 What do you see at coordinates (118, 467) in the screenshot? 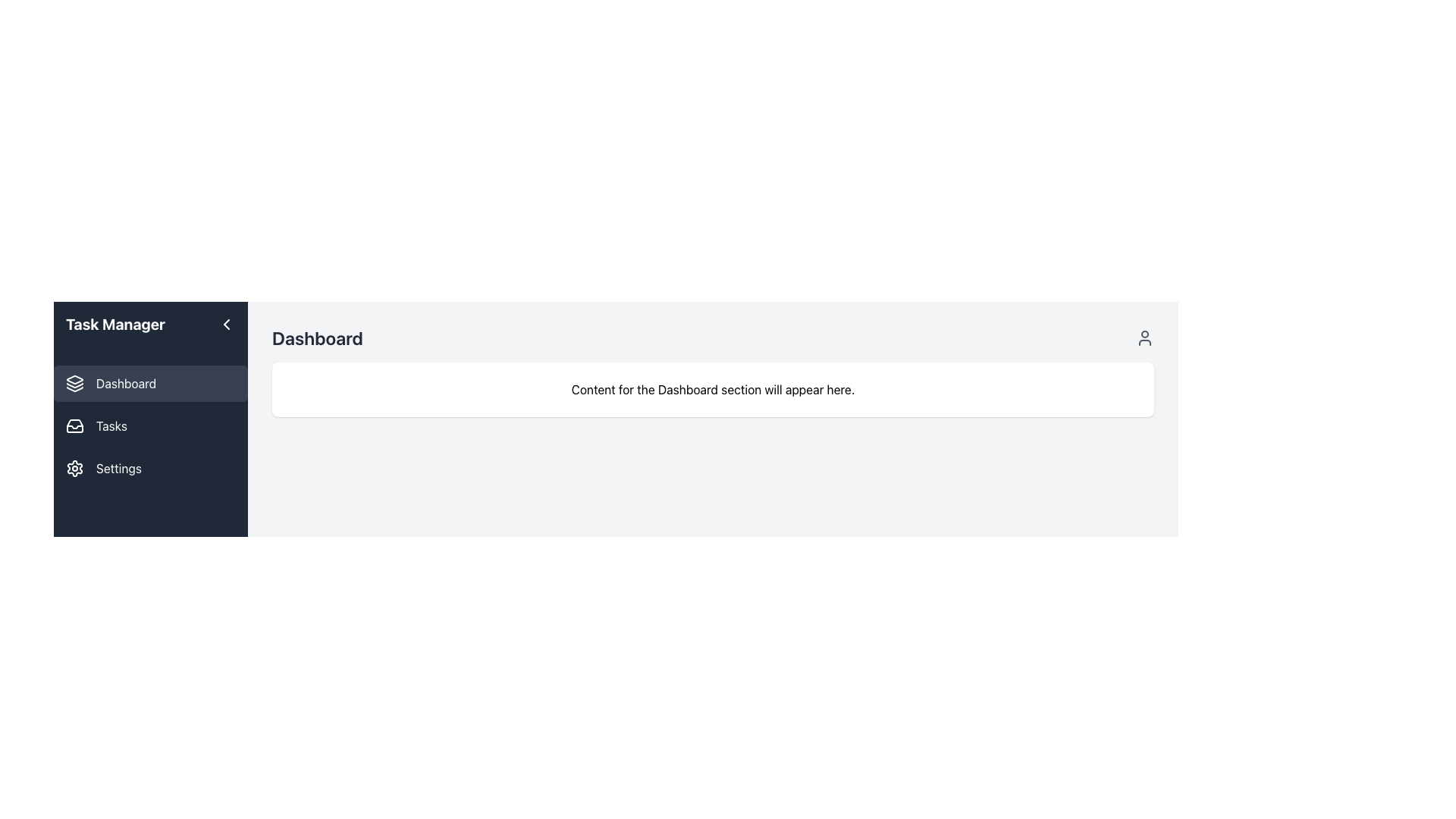
I see `the text label in the sidebar that serves as a navigation indicator for the settings page, located directly below the 'Tasks' label` at bounding box center [118, 467].